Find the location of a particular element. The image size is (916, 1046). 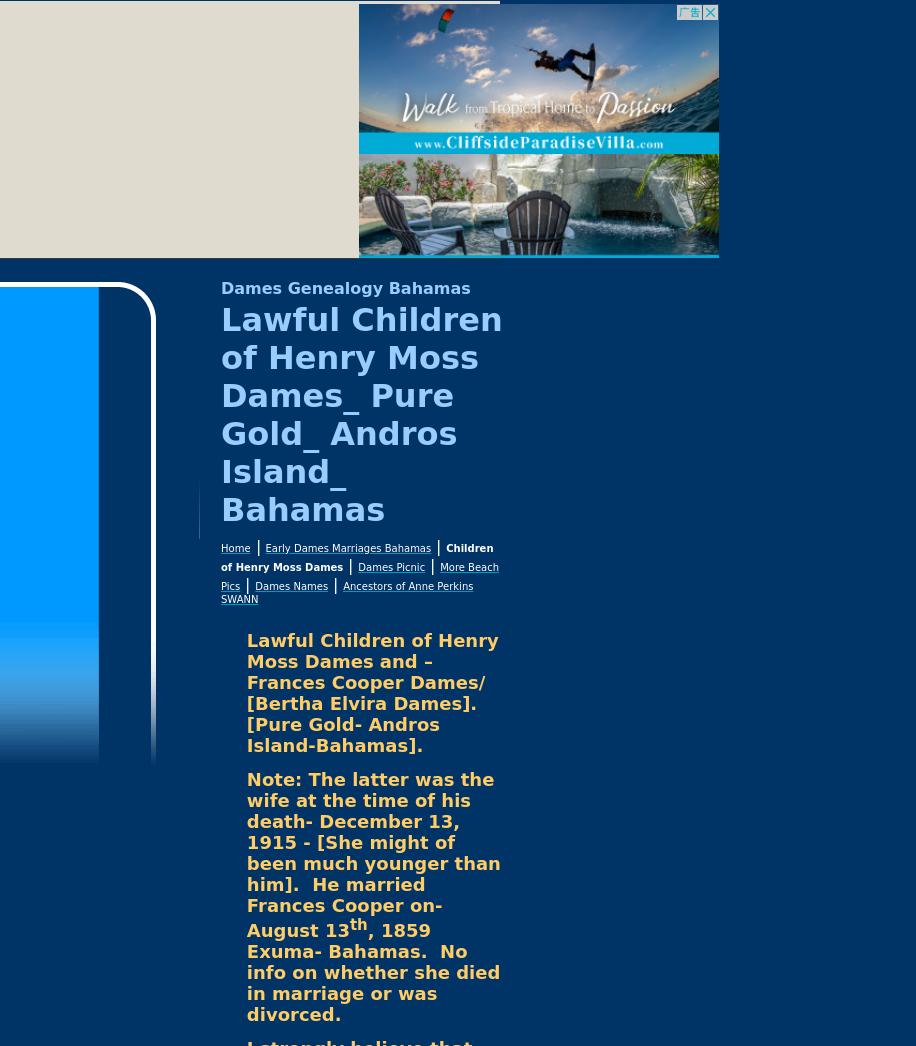

'He married Frances Cooper on- August 13' is located at coordinates (342, 907).